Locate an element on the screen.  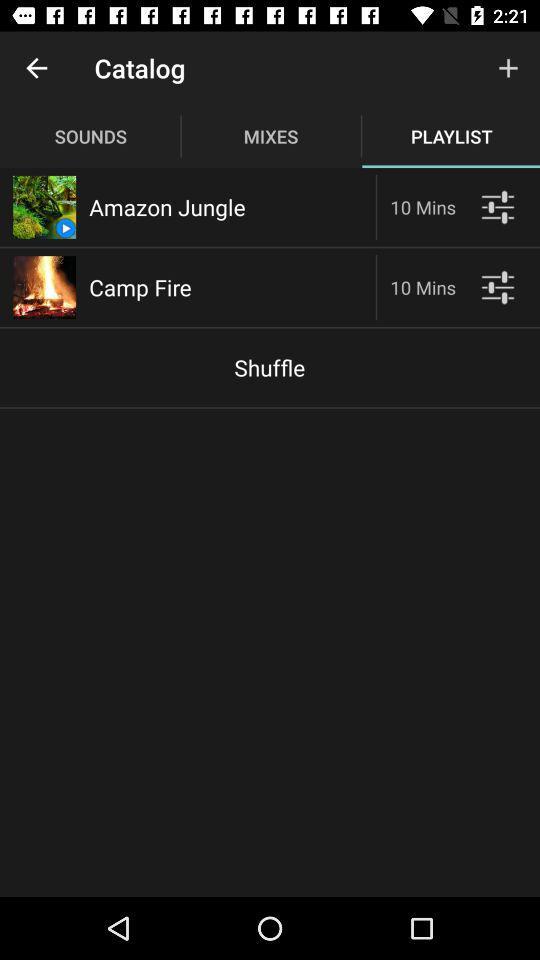
click the playlist is located at coordinates (496, 207).